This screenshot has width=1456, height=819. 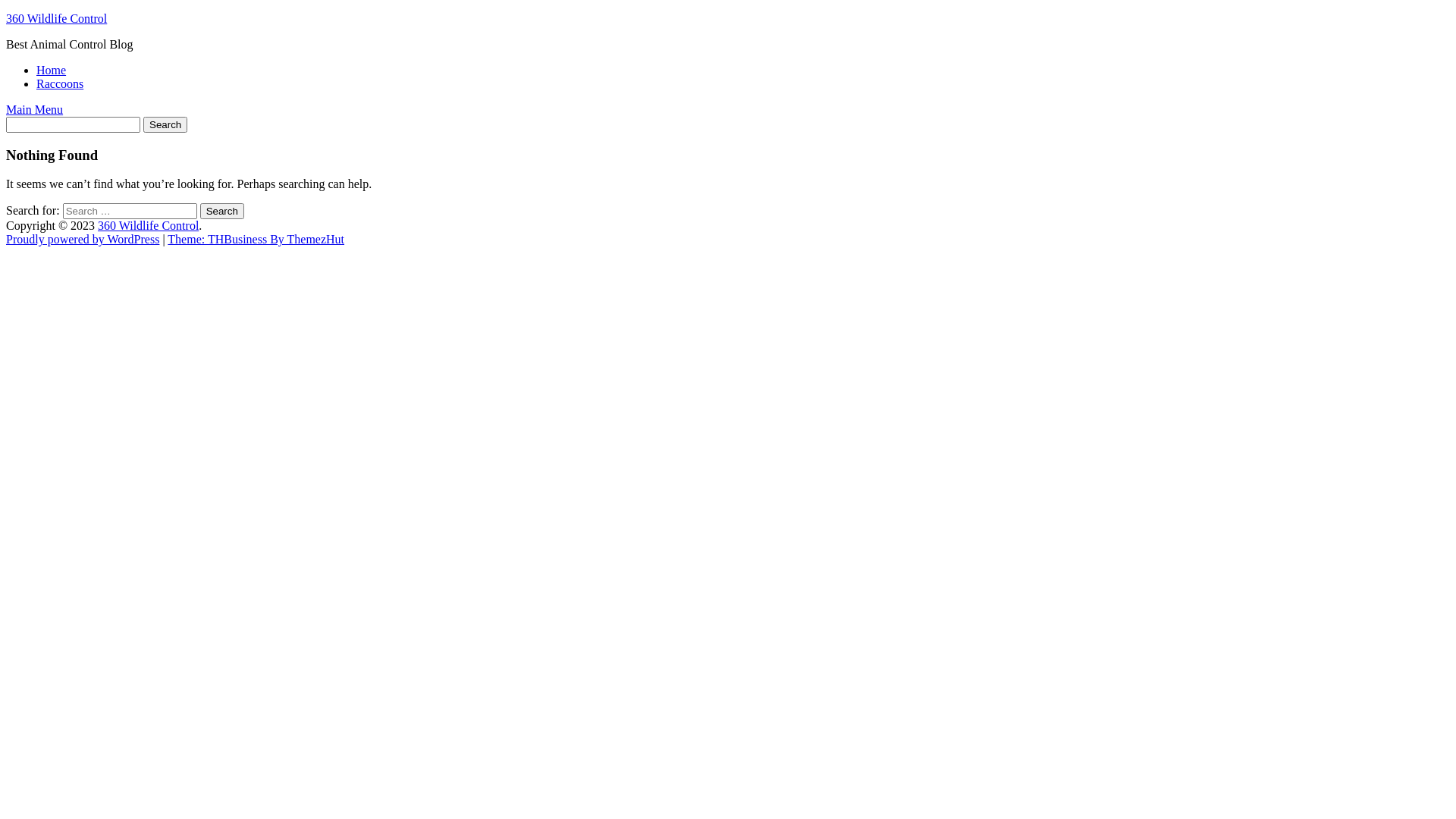 What do you see at coordinates (36, 83) in the screenshot?
I see `'Raccoons'` at bounding box center [36, 83].